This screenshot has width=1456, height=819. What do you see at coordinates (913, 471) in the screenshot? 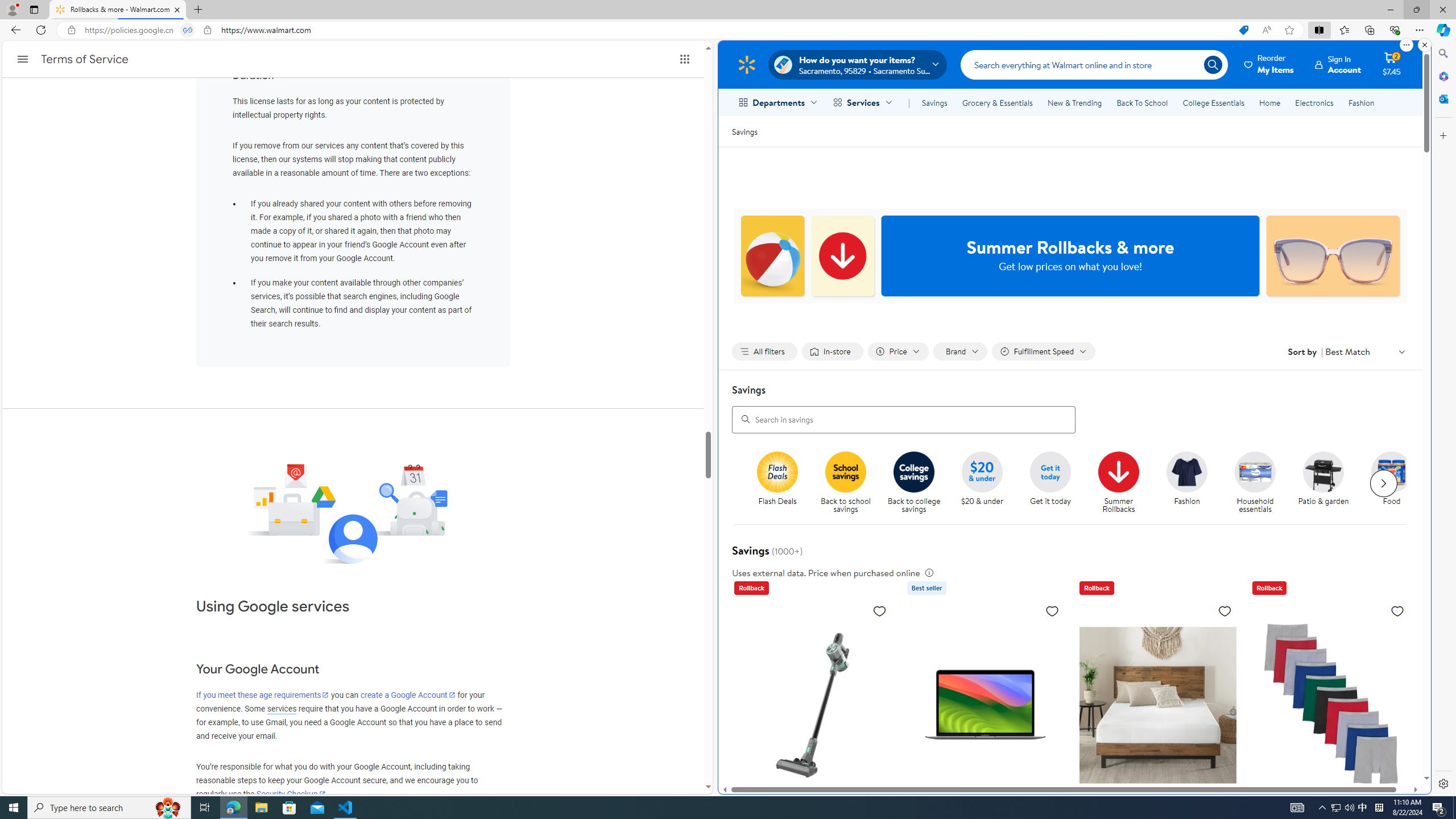
I see `'Back to College savings'` at bounding box center [913, 471].